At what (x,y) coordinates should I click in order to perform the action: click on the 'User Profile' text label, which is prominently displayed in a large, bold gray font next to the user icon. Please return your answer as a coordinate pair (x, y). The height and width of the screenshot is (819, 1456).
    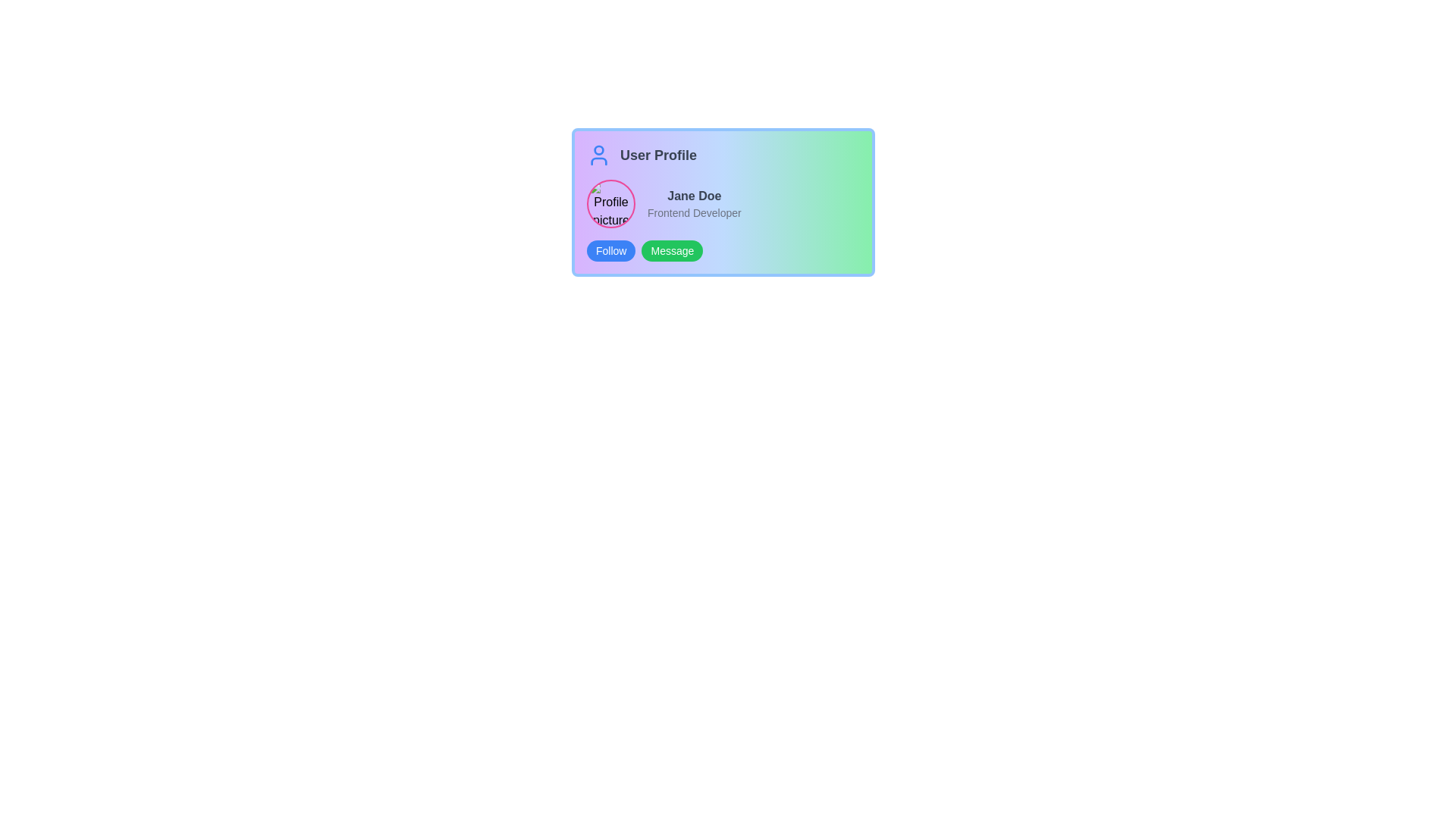
    Looking at the image, I should click on (658, 155).